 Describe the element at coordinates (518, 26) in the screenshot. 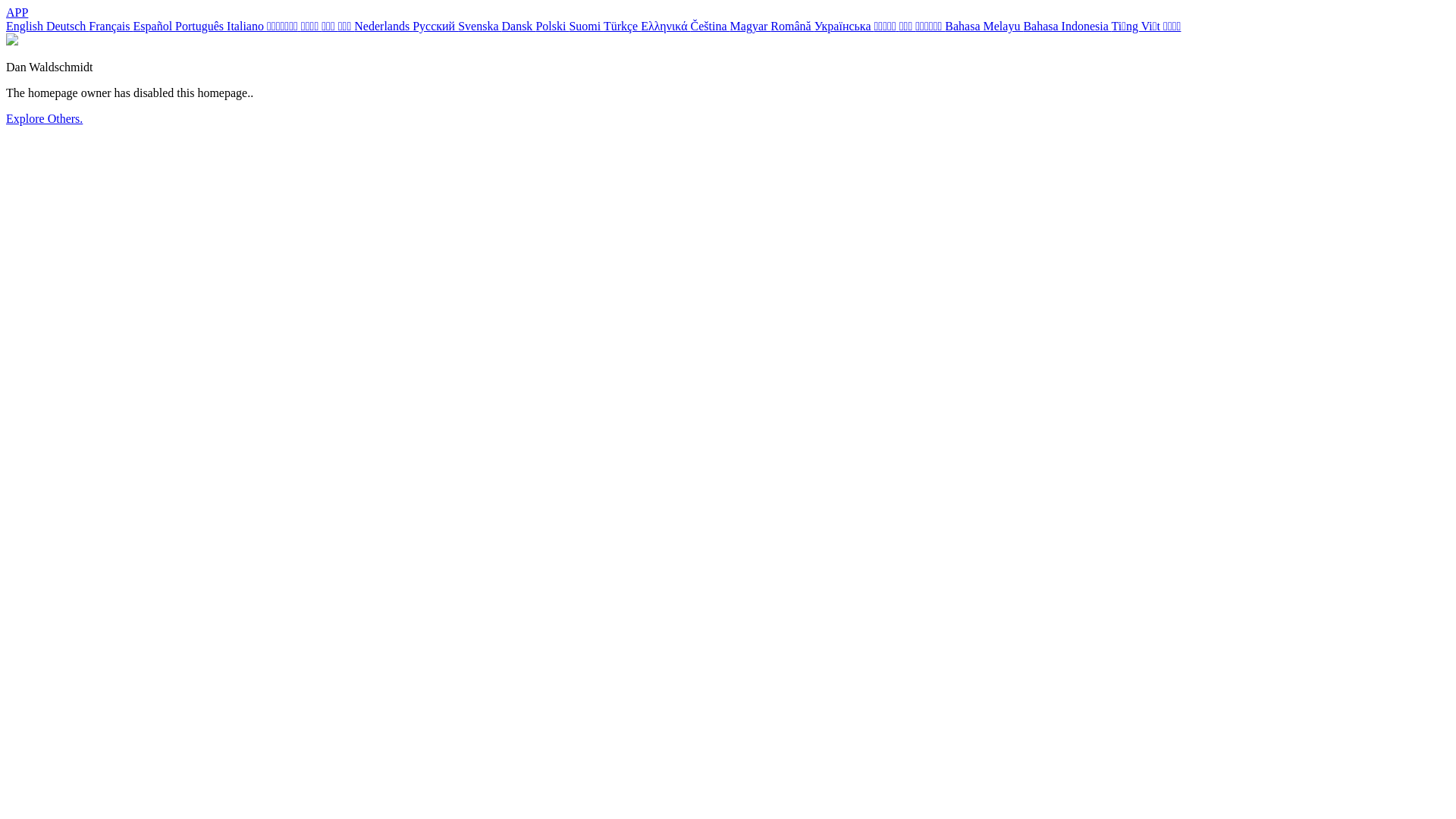

I see `'Dansk'` at that location.